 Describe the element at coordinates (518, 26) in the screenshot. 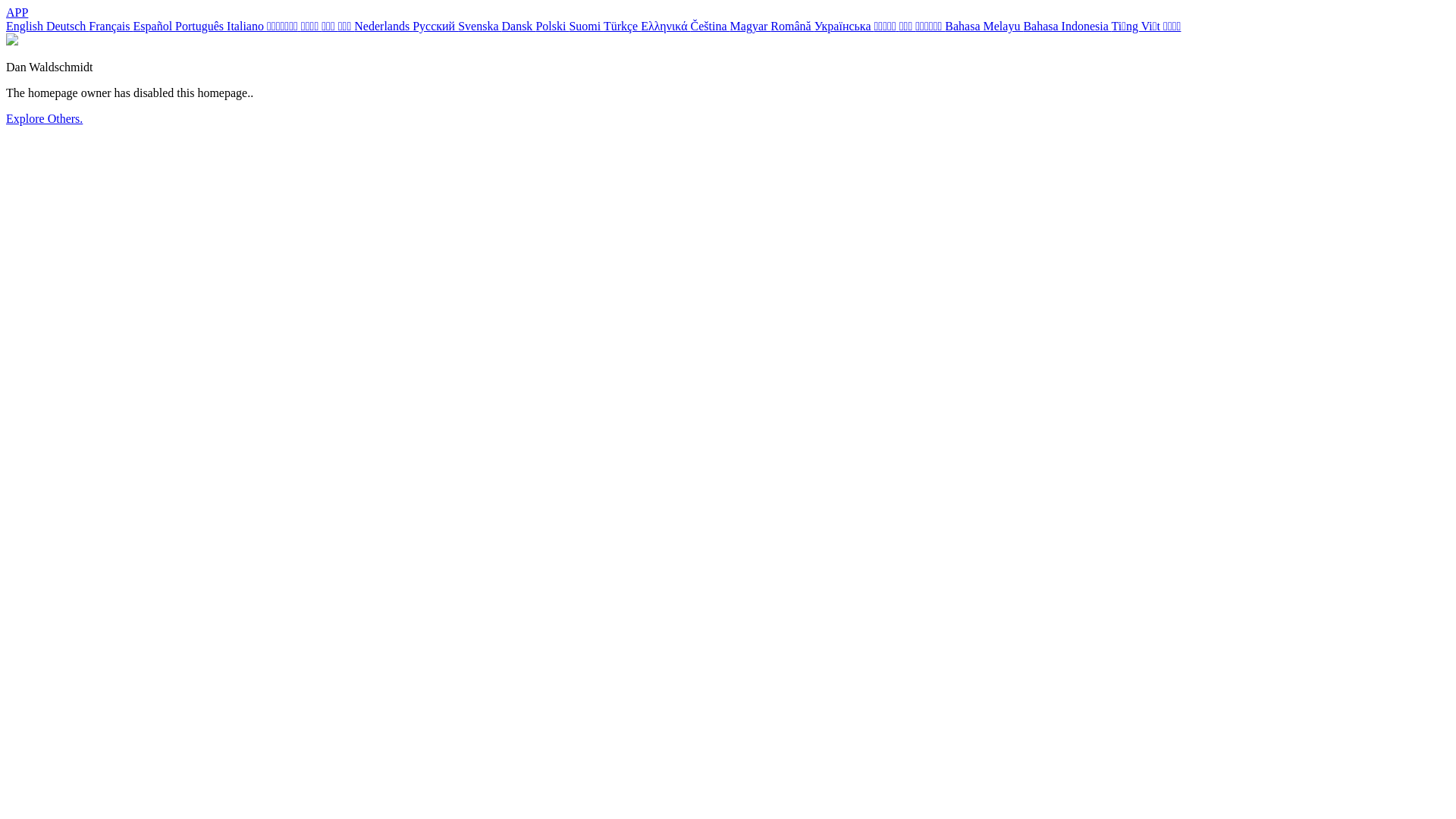

I see `'Dansk'` at that location.